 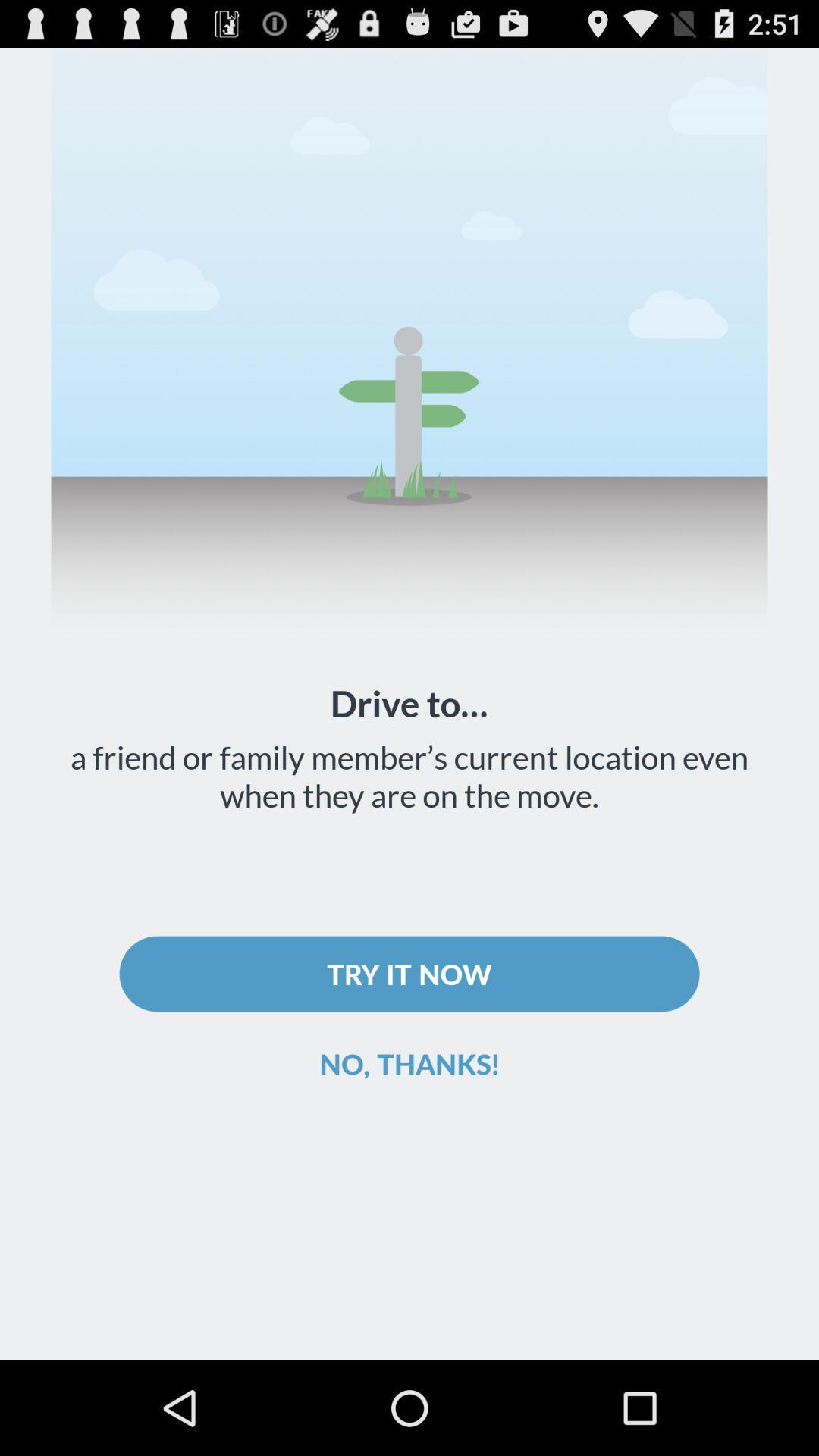 I want to click on the icon below the try it now item, so click(x=409, y=1062).